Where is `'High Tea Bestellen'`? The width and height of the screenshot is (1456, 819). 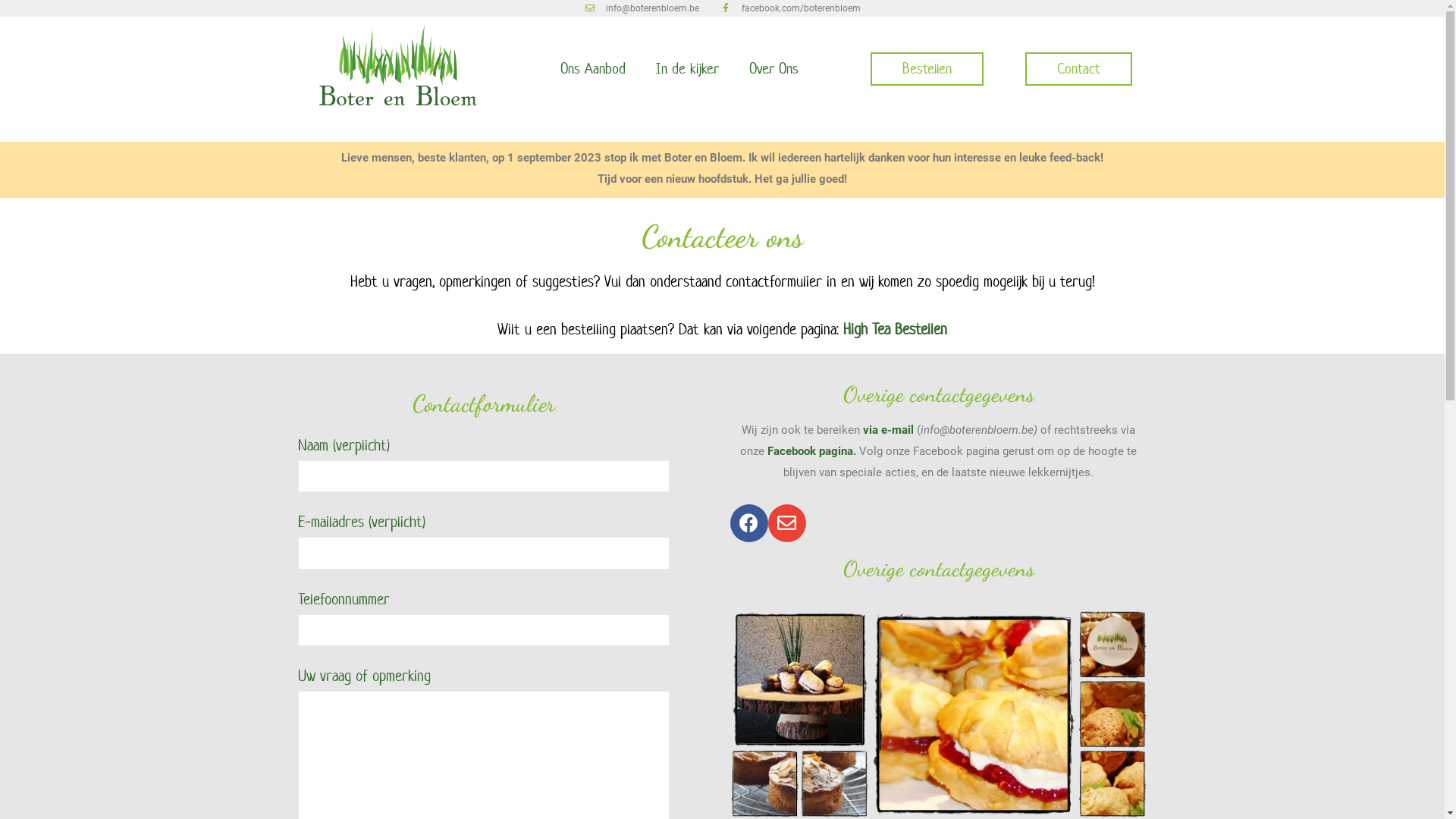
'High Tea Bestellen' is located at coordinates (843, 328).